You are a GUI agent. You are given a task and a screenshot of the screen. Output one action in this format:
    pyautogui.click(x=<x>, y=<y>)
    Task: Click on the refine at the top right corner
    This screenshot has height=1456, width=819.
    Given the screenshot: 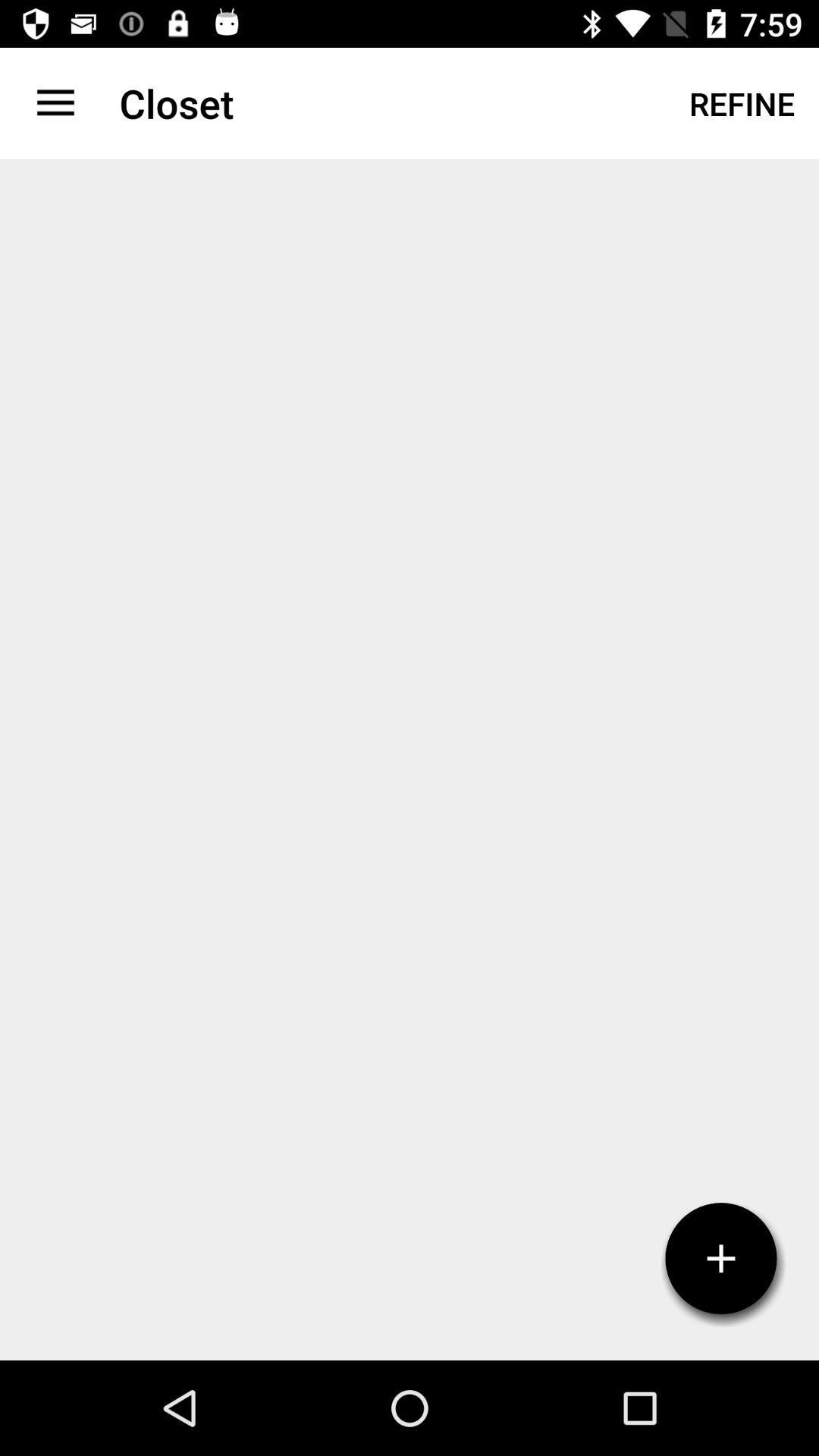 What is the action you would take?
    pyautogui.click(x=741, y=102)
    